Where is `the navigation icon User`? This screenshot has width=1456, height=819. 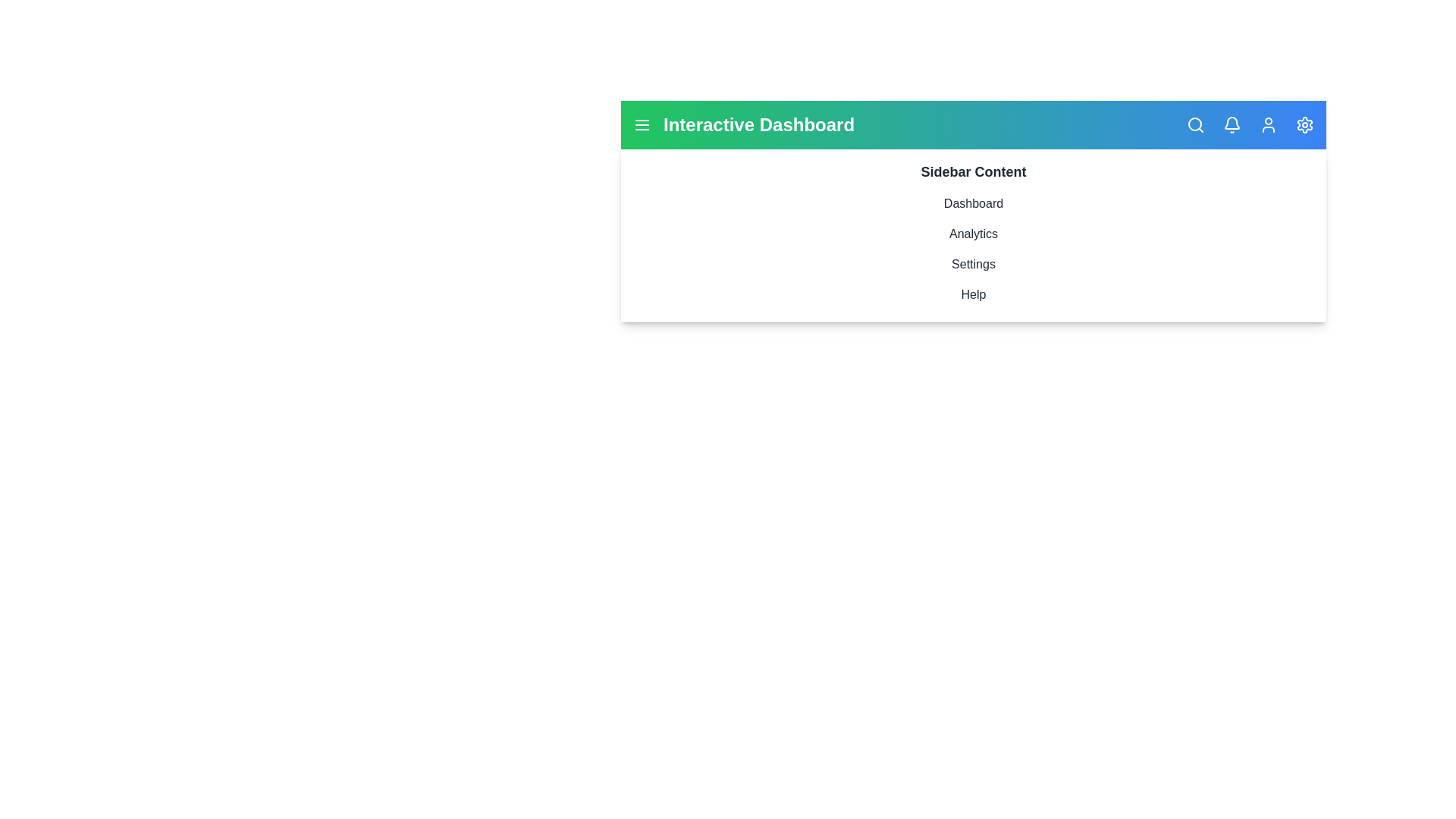
the navigation icon User is located at coordinates (1269, 124).